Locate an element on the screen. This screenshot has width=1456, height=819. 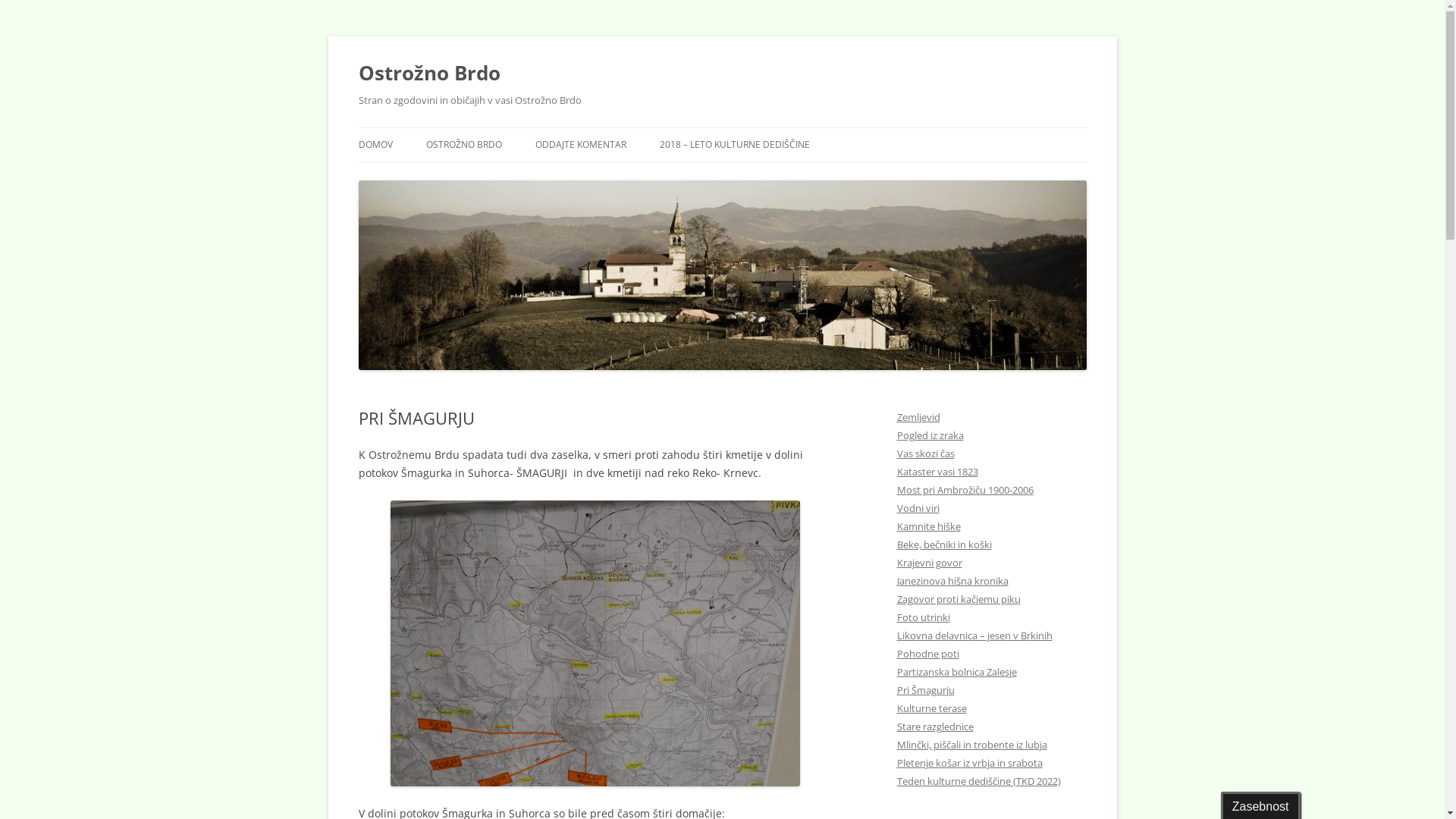
'Krajevni govor' is located at coordinates (927, 562).